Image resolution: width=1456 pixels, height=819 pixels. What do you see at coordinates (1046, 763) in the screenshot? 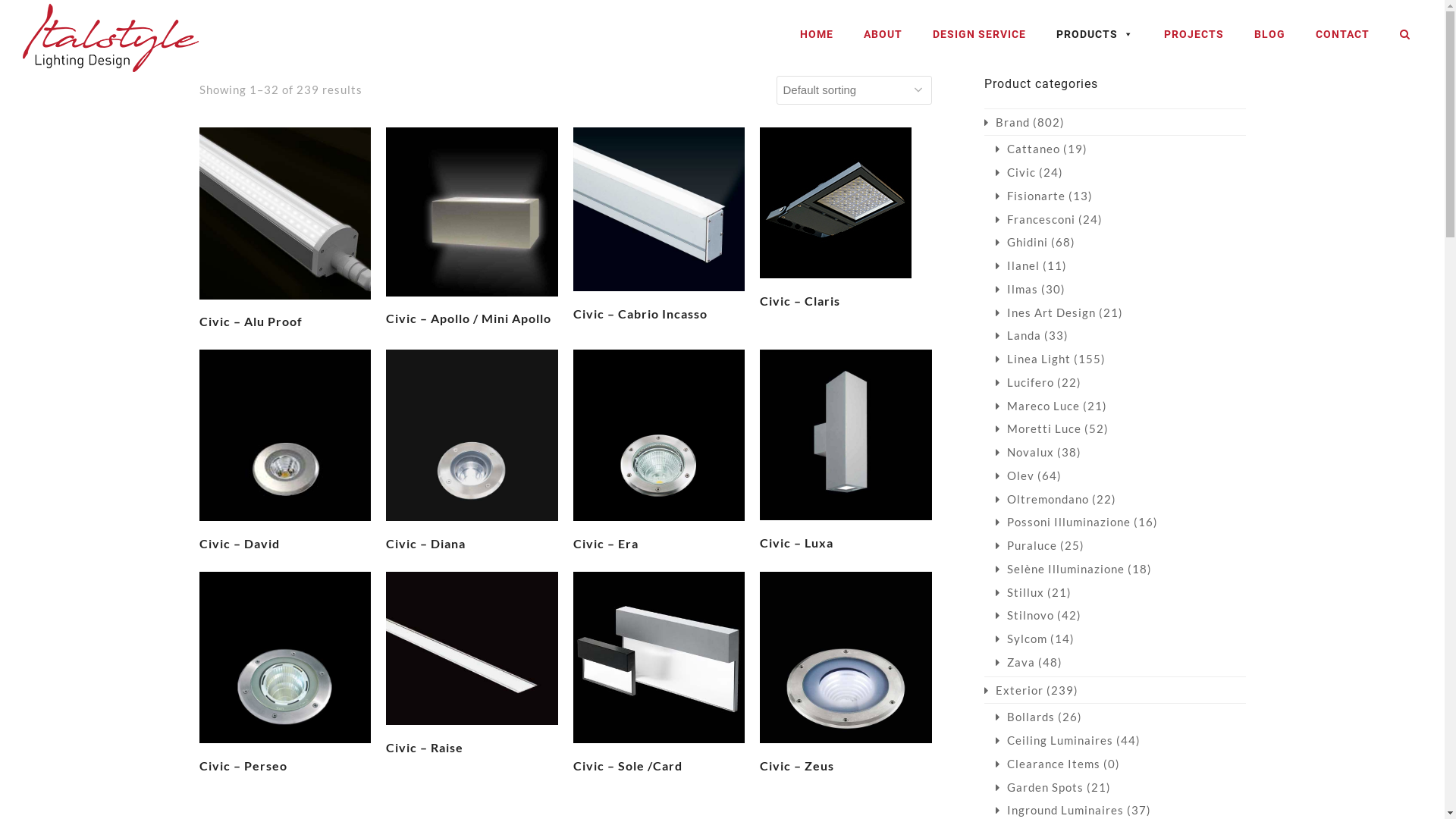
I see `'Clearance Items'` at bounding box center [1046, 763].